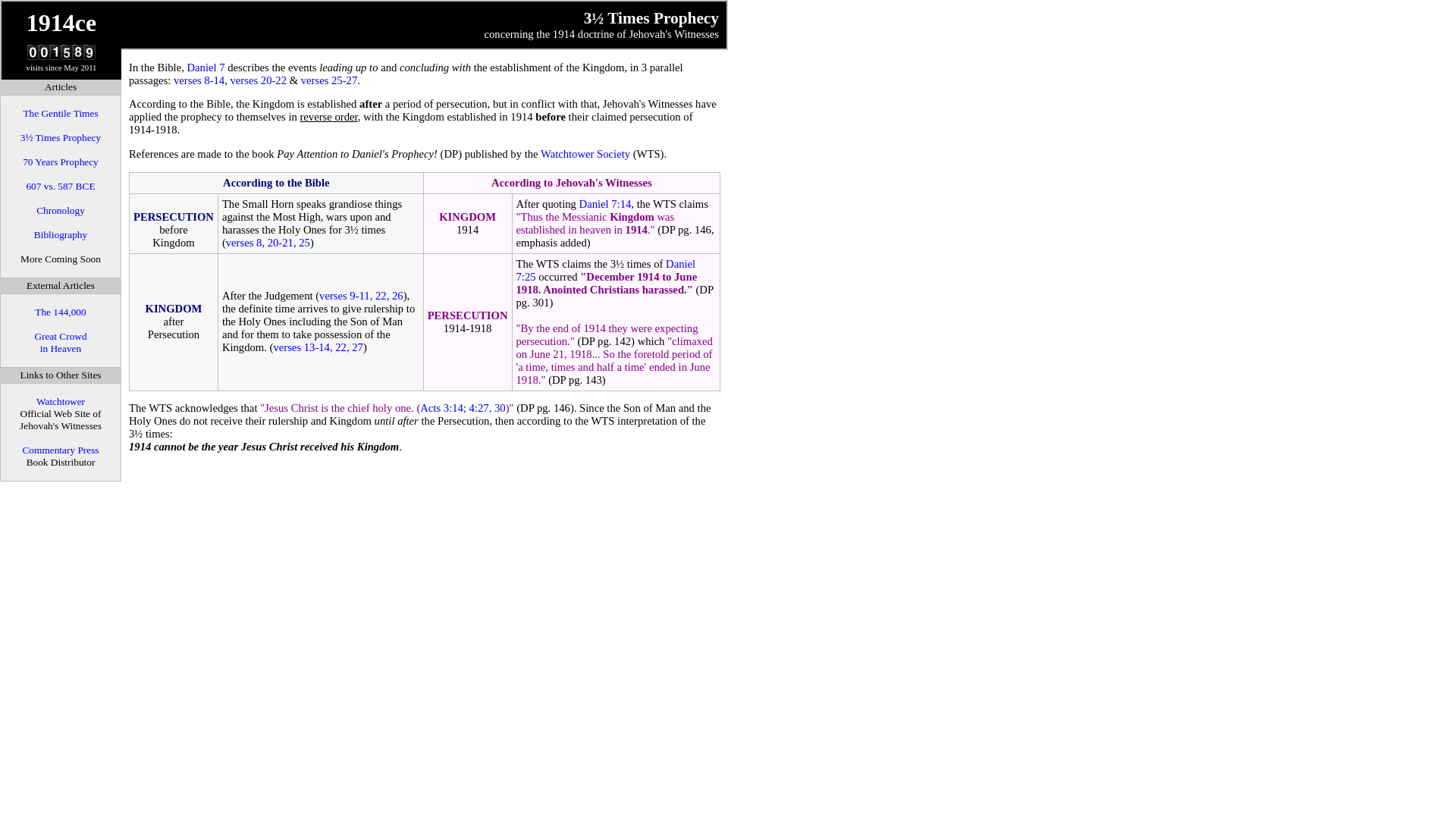 The image size is (1456, 819). Describe the element at coordinates (198, 80) in the screenshot. I see `'verses 8-14'` at that location.